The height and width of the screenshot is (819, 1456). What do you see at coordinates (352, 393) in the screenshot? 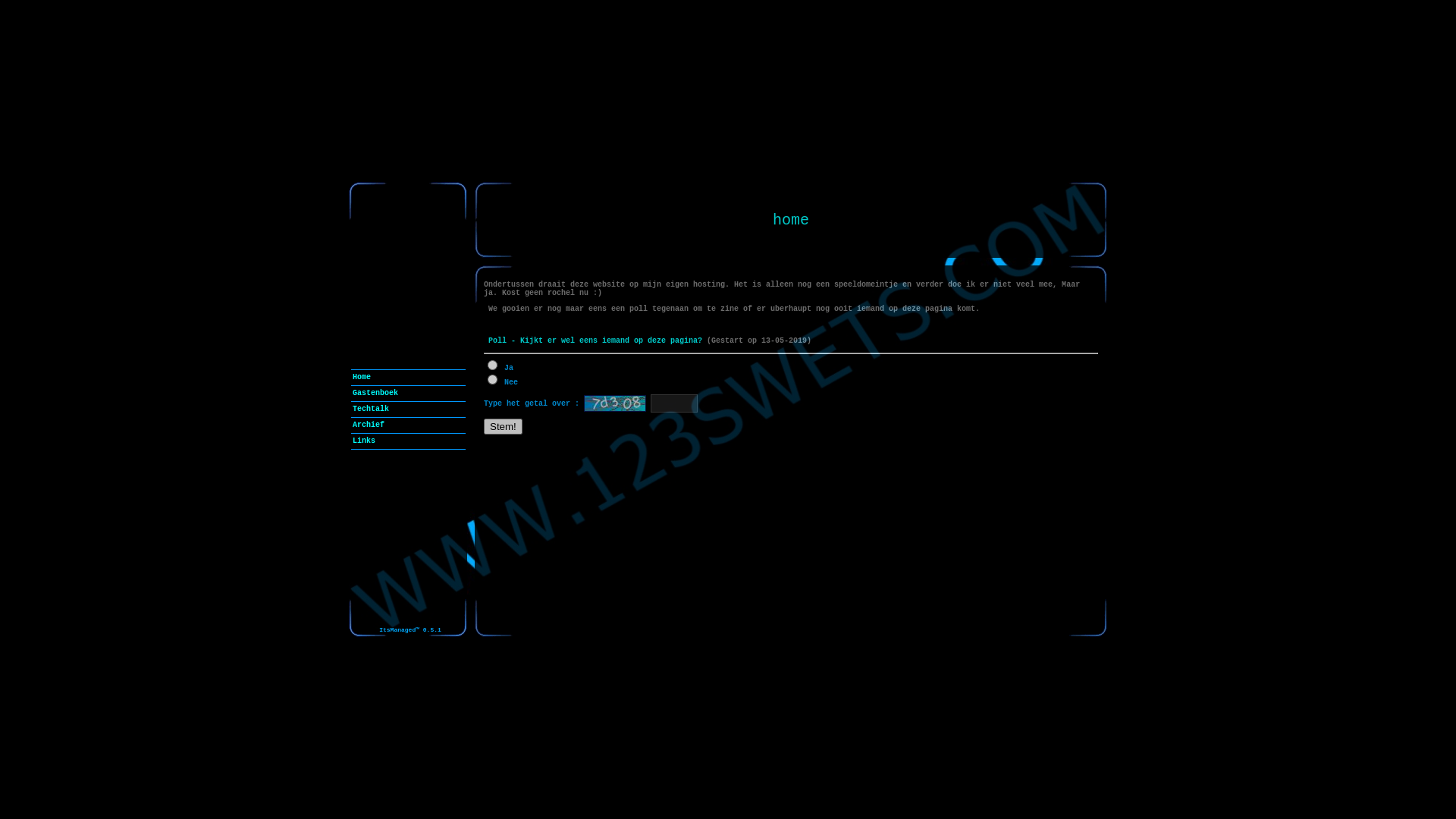
I see `'Gastenboek'` at bounding box center [352, 393].